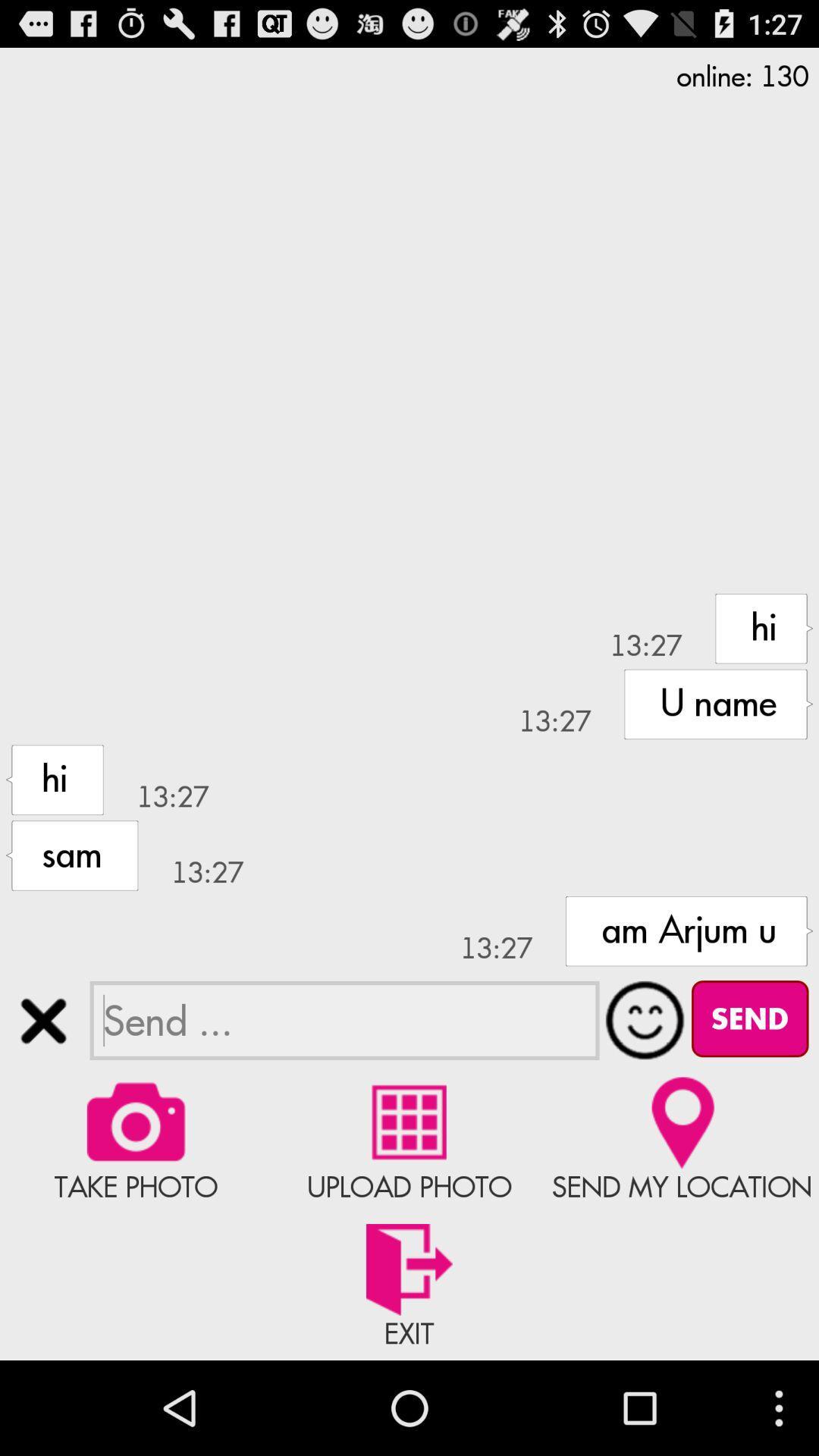  I want to click on open emojis, so click(645, 1020).